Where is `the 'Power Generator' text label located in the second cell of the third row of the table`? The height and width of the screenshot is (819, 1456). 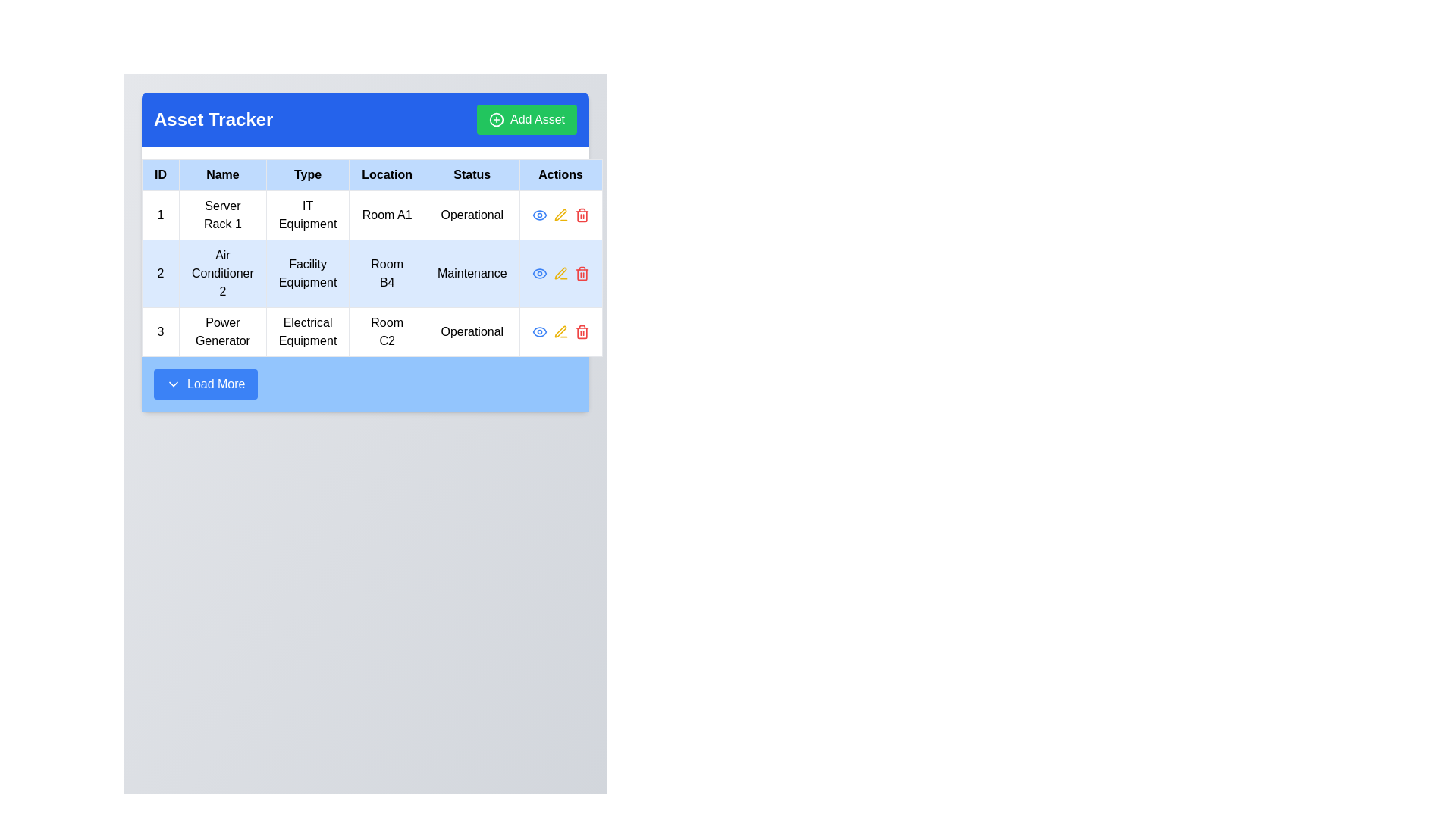
the 'Power Generator' text label located in the second cell of the third row of the table is located at coordinates (221, 331).